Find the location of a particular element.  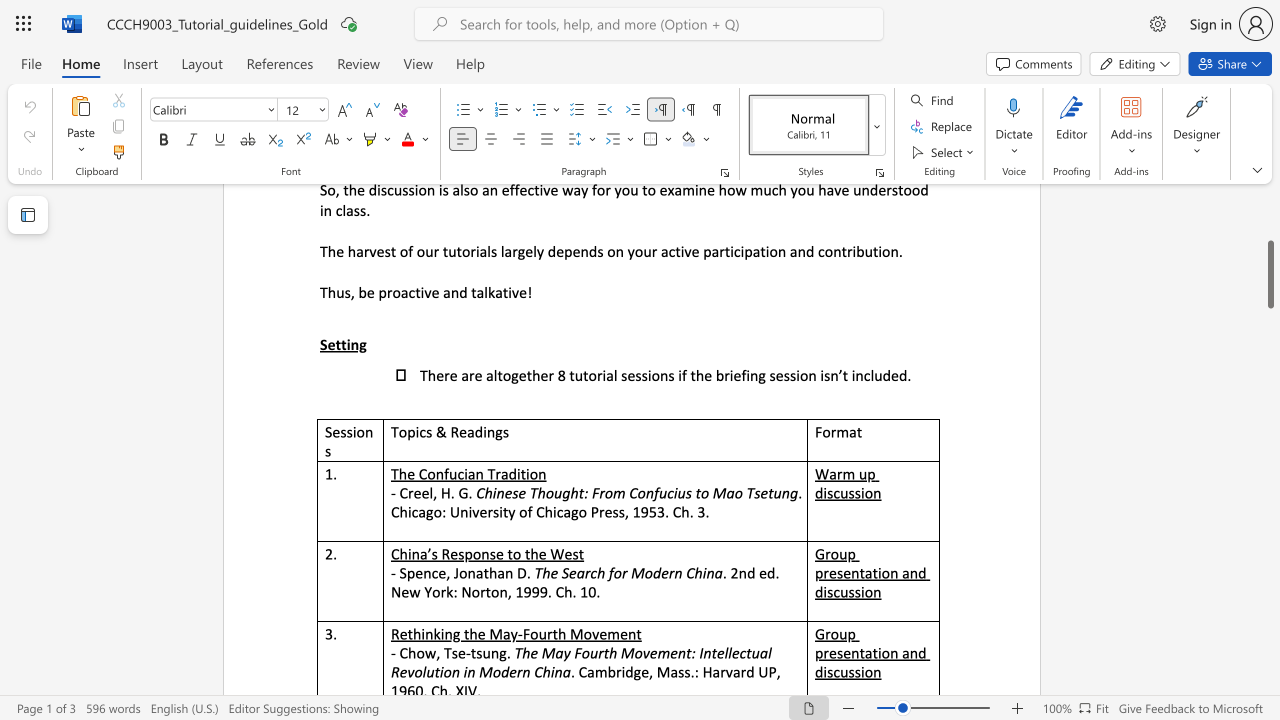

the scrollbar and move up 110 pixels is located at coordinates (1269, 274).